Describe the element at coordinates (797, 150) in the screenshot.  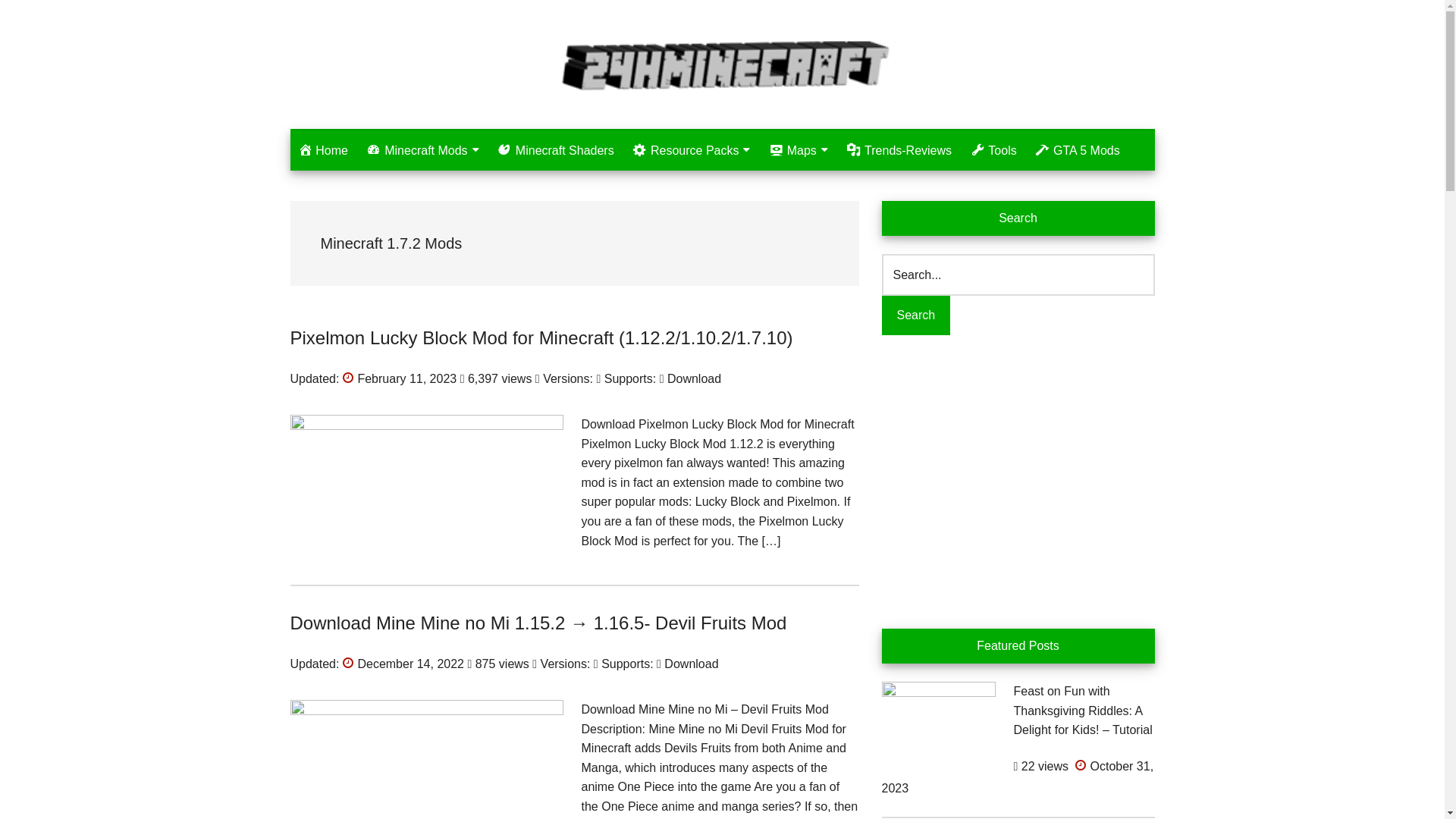
I see `'Maps'` at that location.